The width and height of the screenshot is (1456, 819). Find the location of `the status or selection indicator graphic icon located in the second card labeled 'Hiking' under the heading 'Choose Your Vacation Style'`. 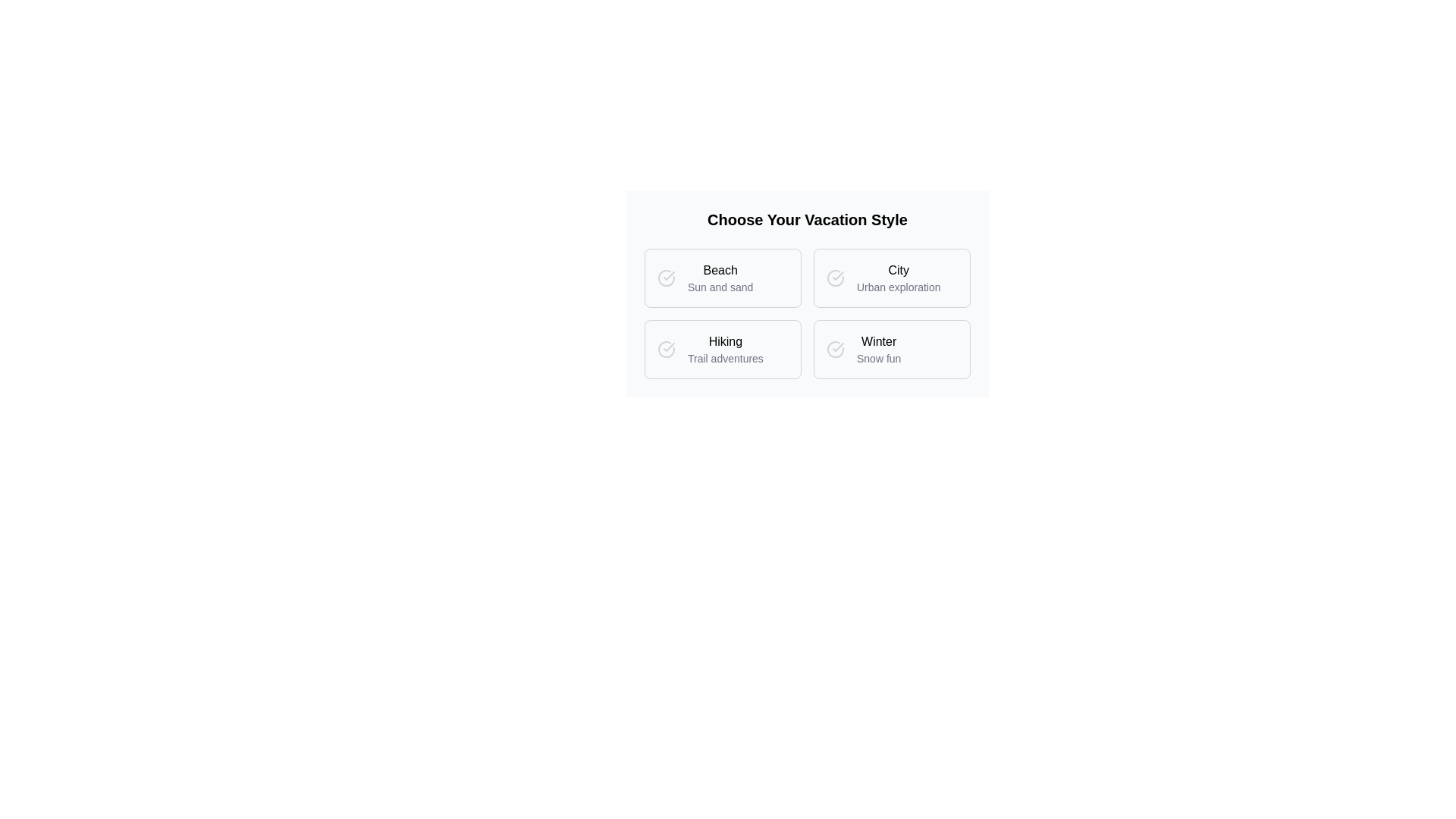

the status or selection indicator graphic icon located in the second card labeled 'Hiking' under the heading 'Choose Your Vacation Style' is located at coordinates (666, 350).